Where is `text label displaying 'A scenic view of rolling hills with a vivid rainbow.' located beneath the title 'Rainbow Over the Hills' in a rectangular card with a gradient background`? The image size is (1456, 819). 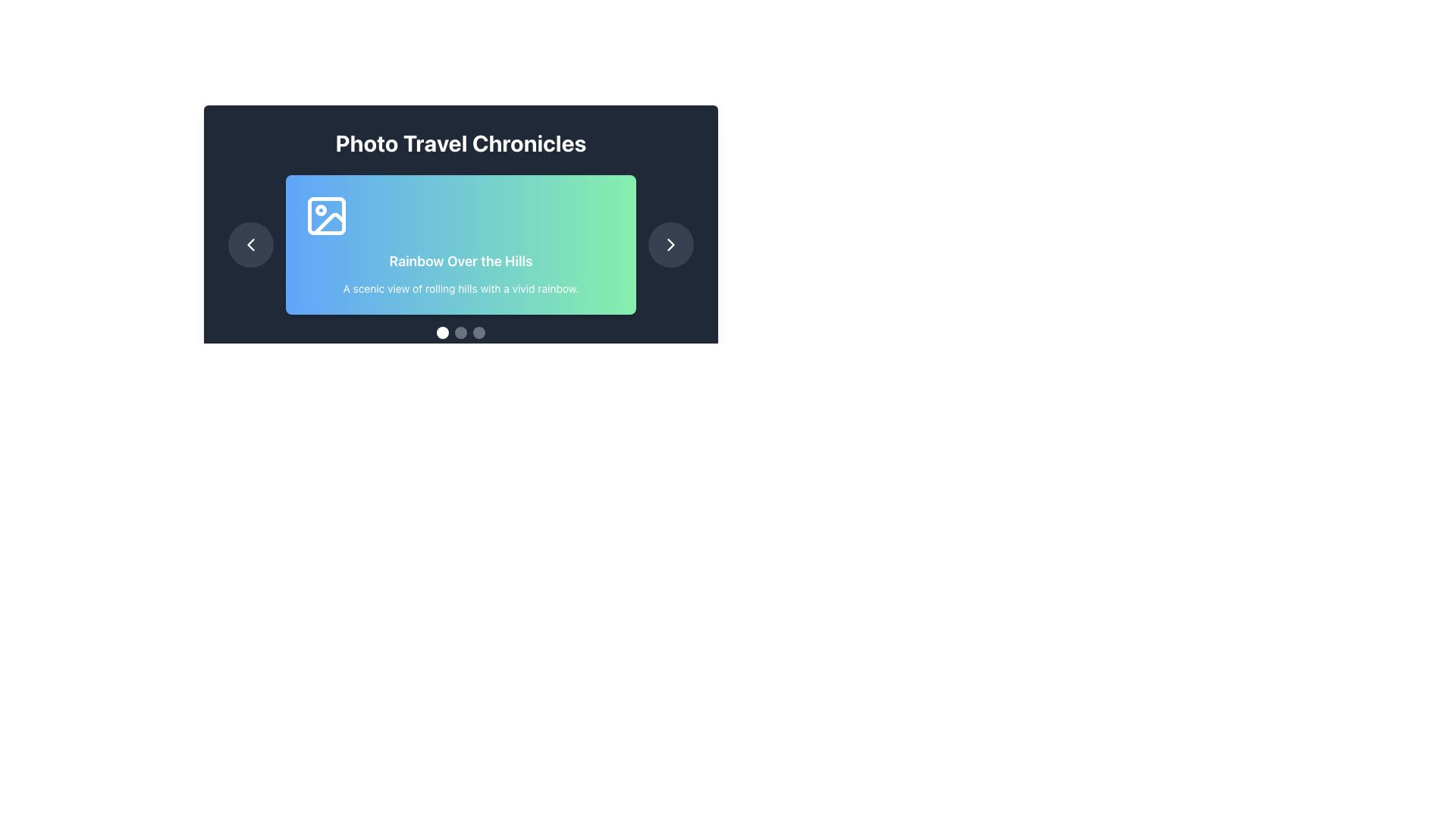 text label displaying 'A scenic view of rolling hills with a vivid rainbow.' located beneath the title 'Rainbow Over the Hills' in a rectangular card with a gradient background is located at coordinates (460, 289).